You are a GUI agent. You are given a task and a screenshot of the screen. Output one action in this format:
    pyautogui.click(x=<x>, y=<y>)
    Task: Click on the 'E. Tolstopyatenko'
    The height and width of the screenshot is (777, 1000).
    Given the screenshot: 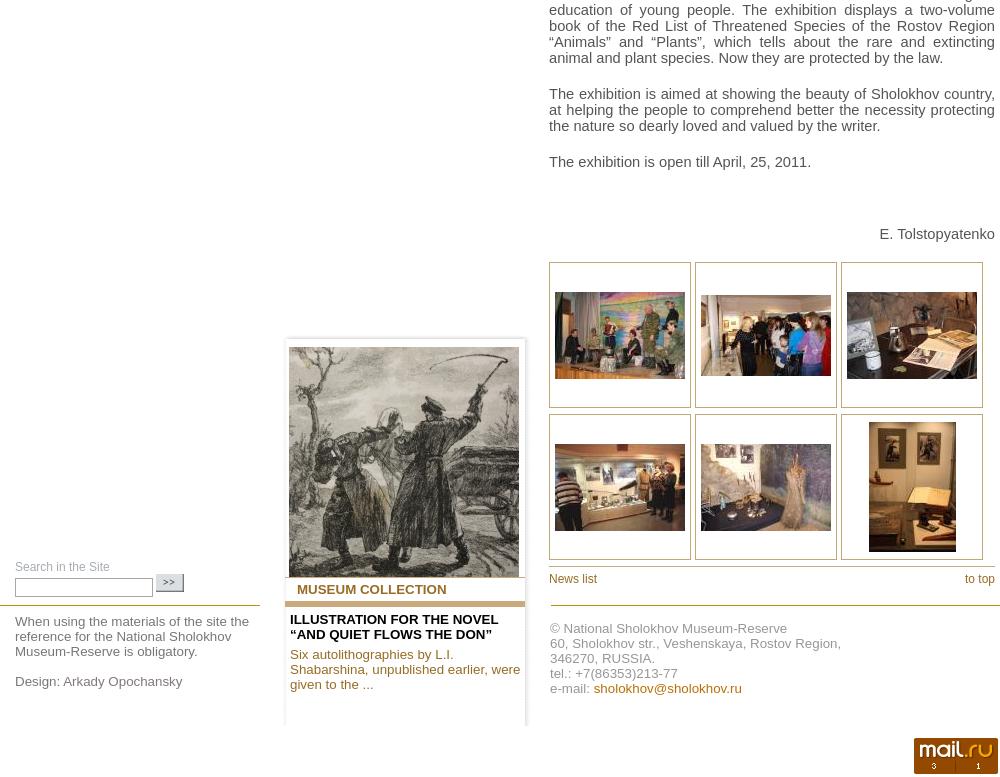 What is the action you would take?
    pyautogui.click(x=937, y=234)
    